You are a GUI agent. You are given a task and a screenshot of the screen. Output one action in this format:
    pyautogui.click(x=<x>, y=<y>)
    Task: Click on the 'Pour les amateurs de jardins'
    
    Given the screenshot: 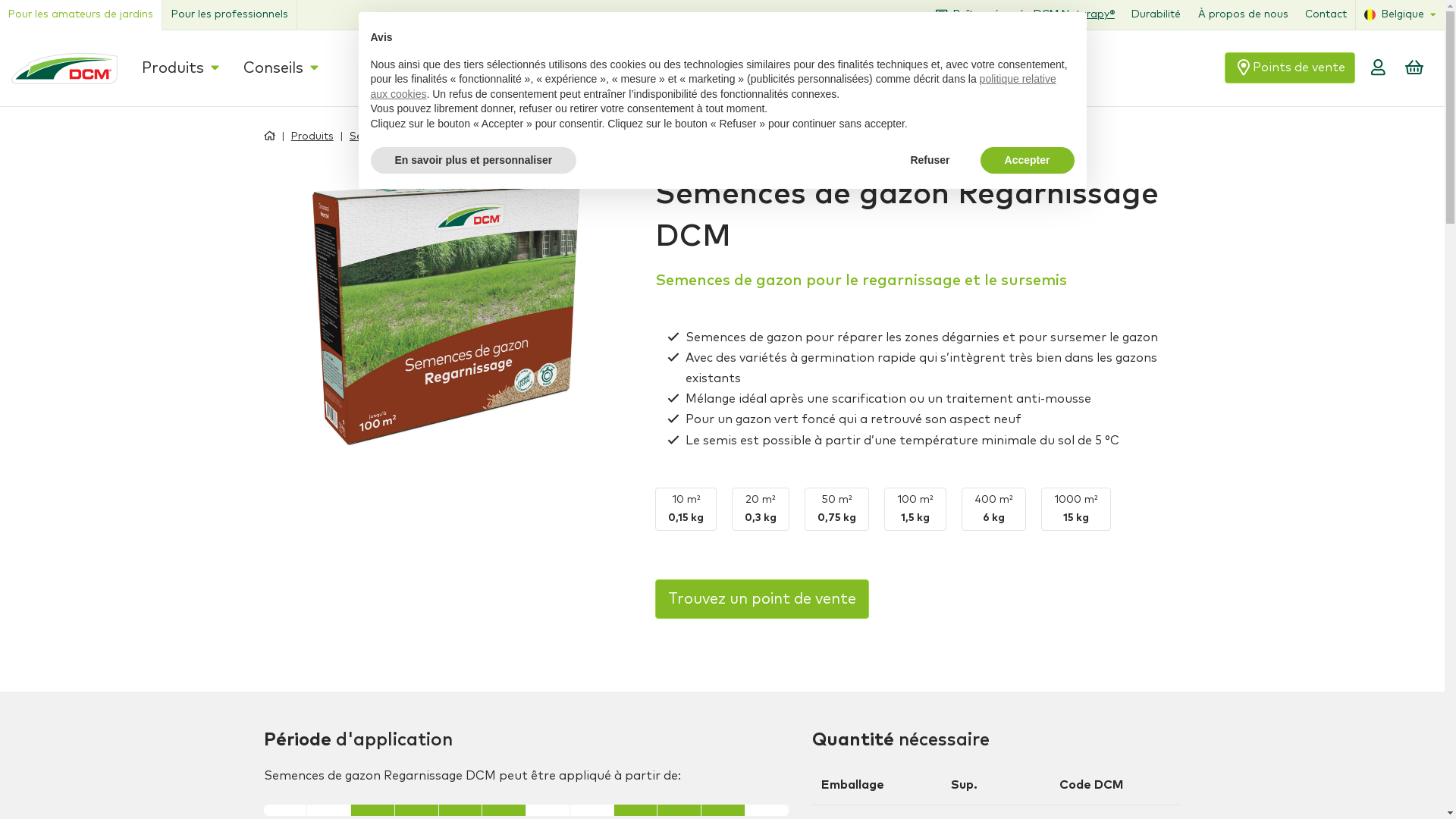 What is the action you would take?
    pyautogui.click(x=80, y=14)
    